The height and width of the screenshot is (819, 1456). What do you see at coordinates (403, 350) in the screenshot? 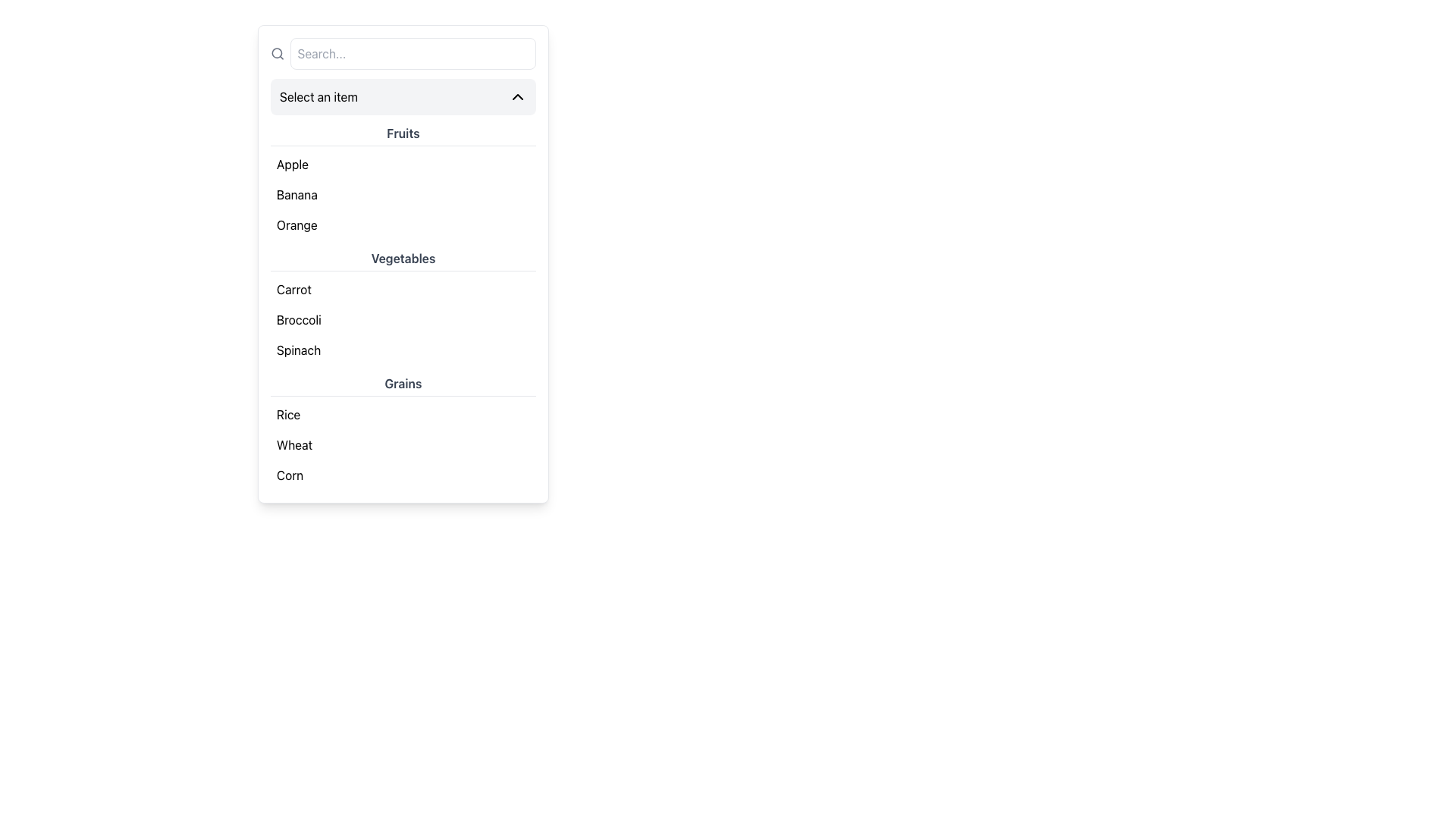
I see `the third item in the 'Vegetables' section of the dropdown menu` at bounding box center [403, 350].